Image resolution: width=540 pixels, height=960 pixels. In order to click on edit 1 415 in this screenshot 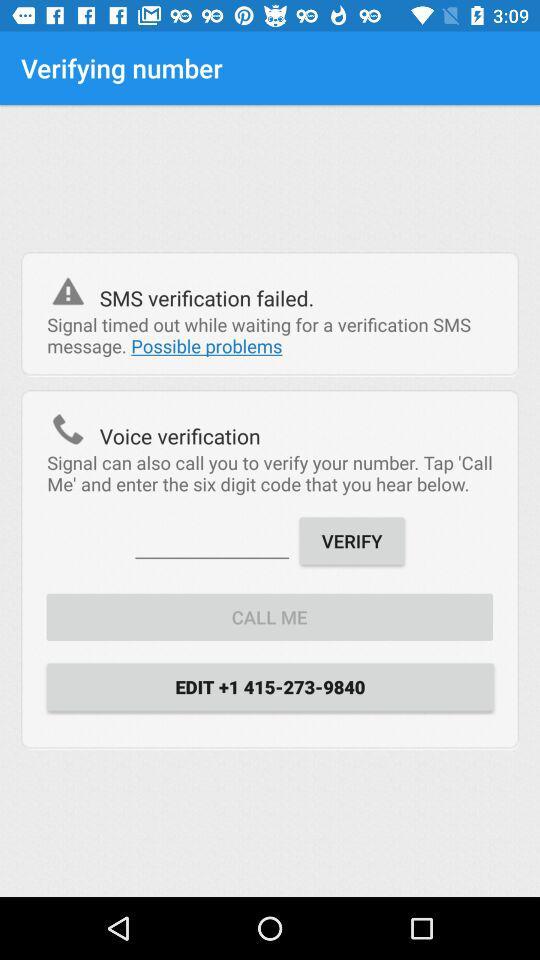, I will do `click(270, 686)`.